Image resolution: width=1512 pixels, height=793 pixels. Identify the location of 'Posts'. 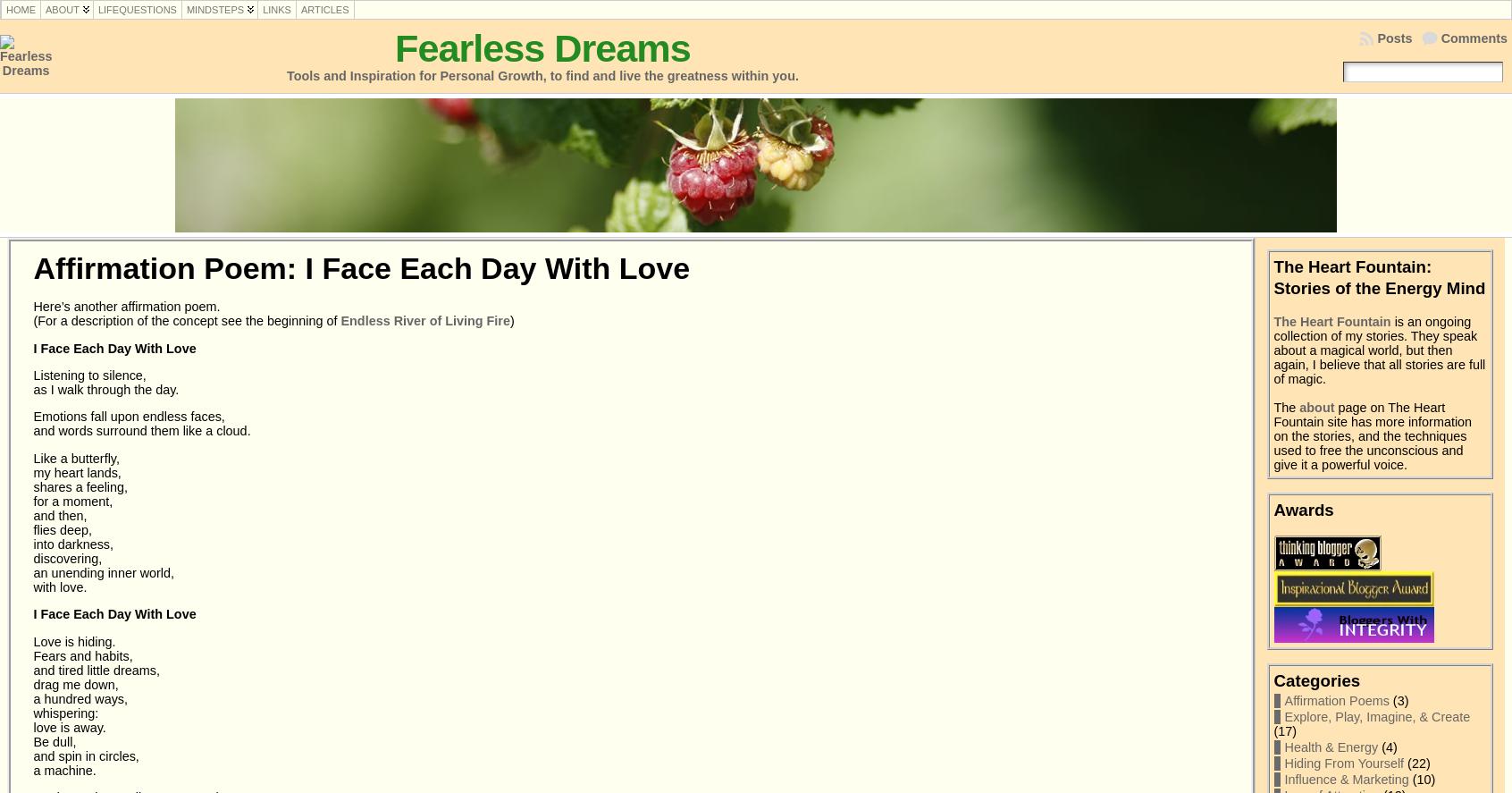
(1393, 38).